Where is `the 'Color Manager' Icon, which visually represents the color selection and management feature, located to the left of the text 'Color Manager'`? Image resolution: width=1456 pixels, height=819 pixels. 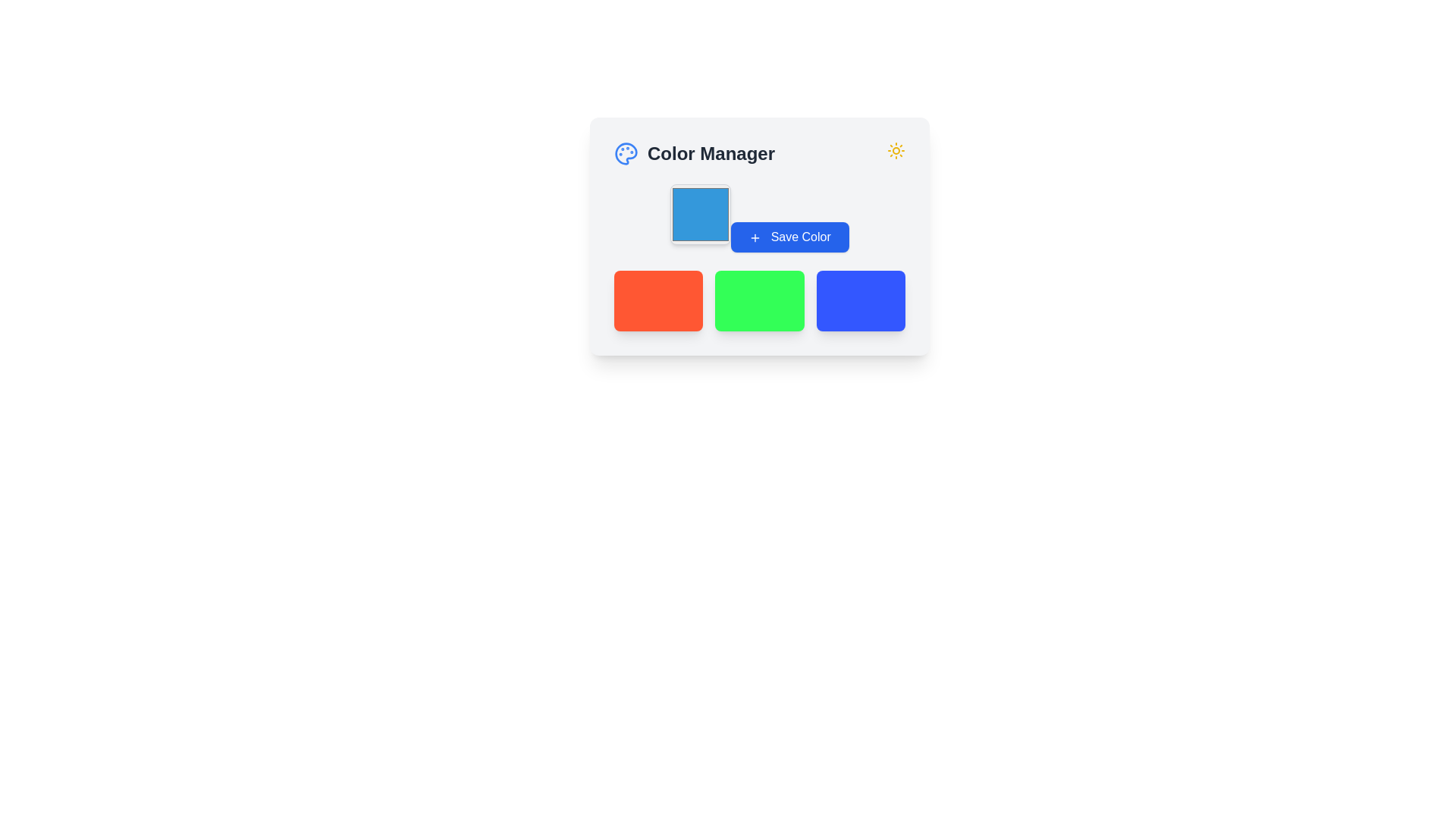
the 'Color Manager' Icon, which visually represents the color selection and management feature, located to the left of the text 'Color Manager' is located at coordinates (626, 154).